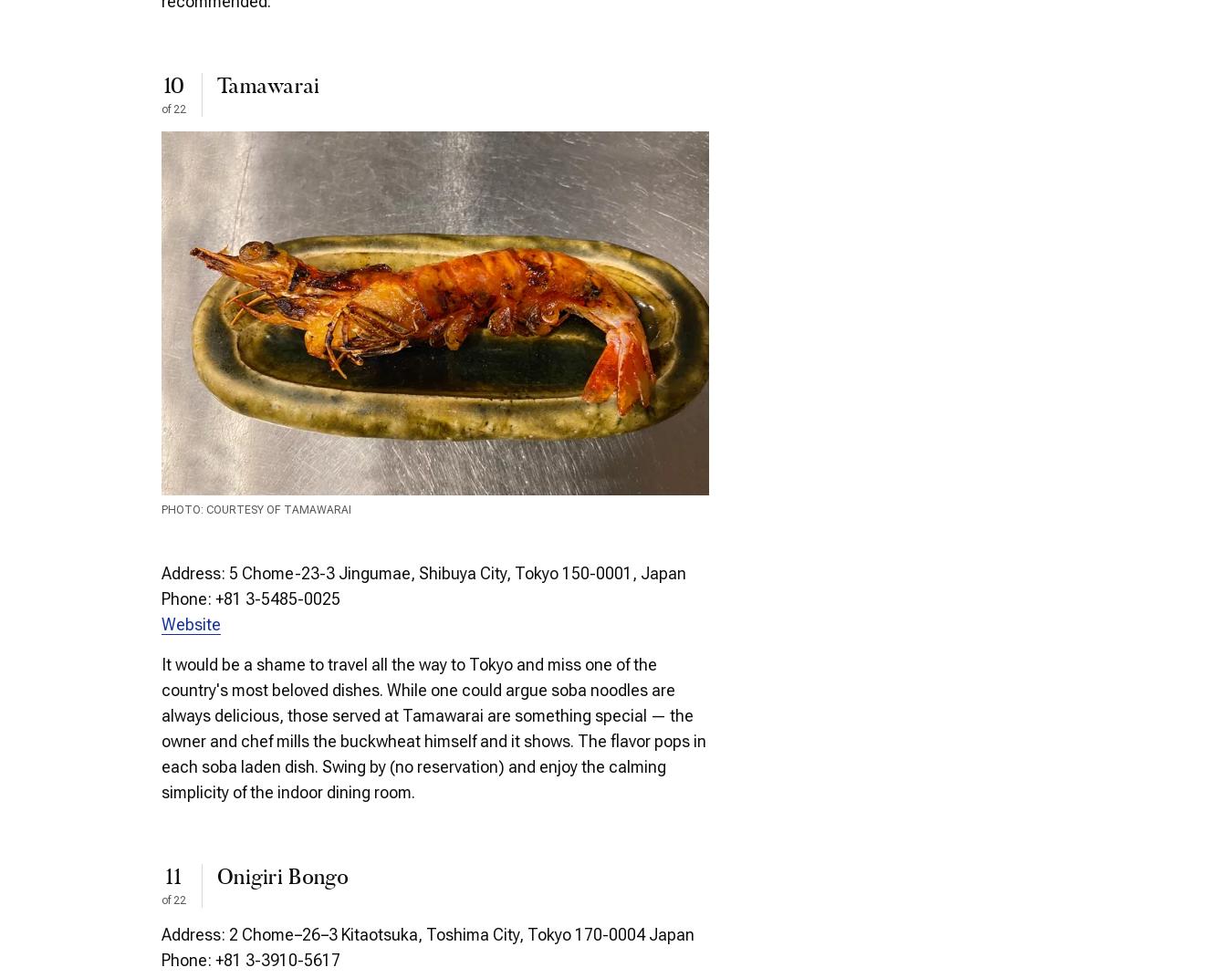 This screenshot has width=1232, height=978. I want to click on 'Phone: +81 3-5485-0025', so click(249, 598).